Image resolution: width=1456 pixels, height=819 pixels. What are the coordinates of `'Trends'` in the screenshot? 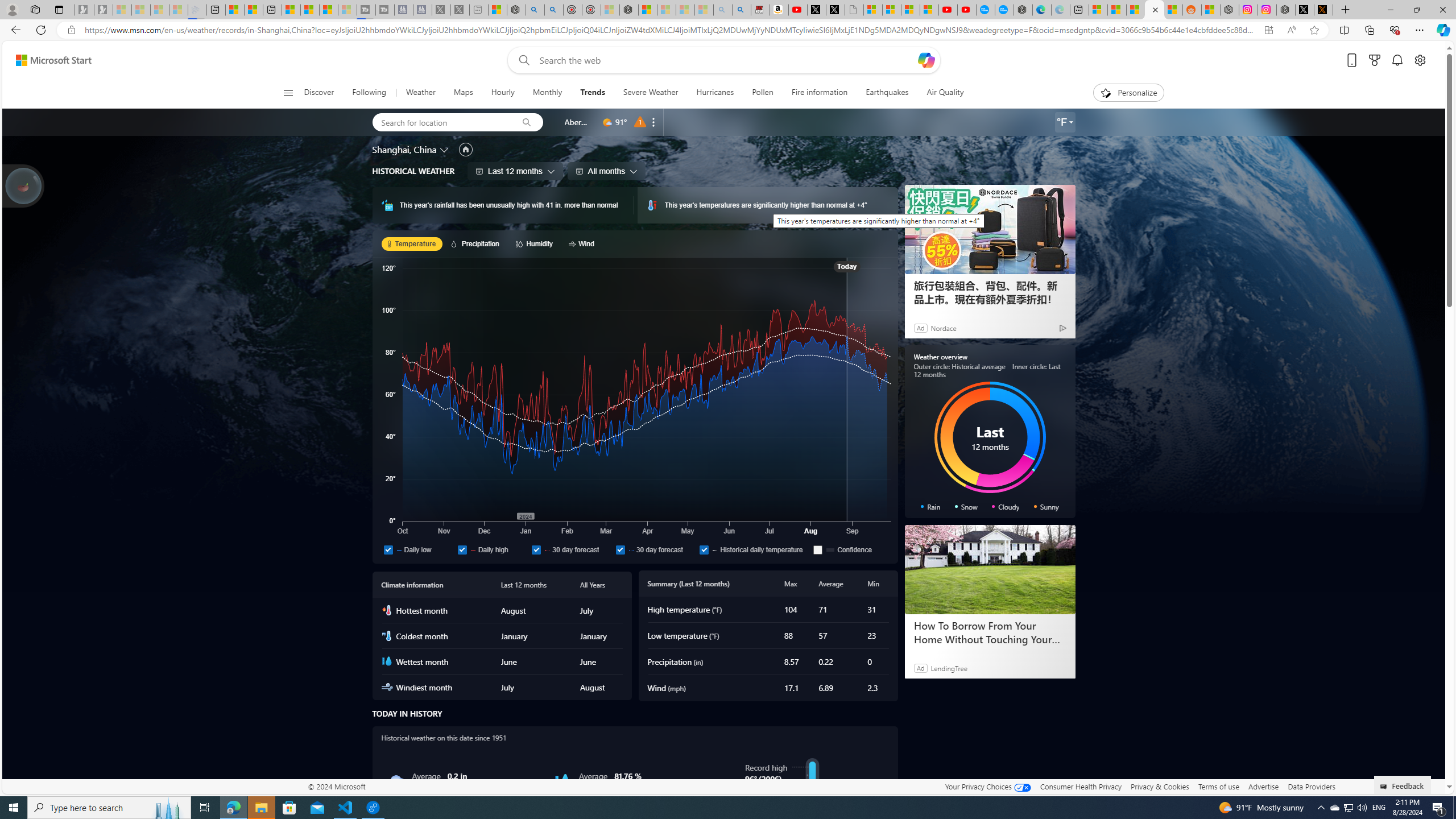 It's located at (591, 92).